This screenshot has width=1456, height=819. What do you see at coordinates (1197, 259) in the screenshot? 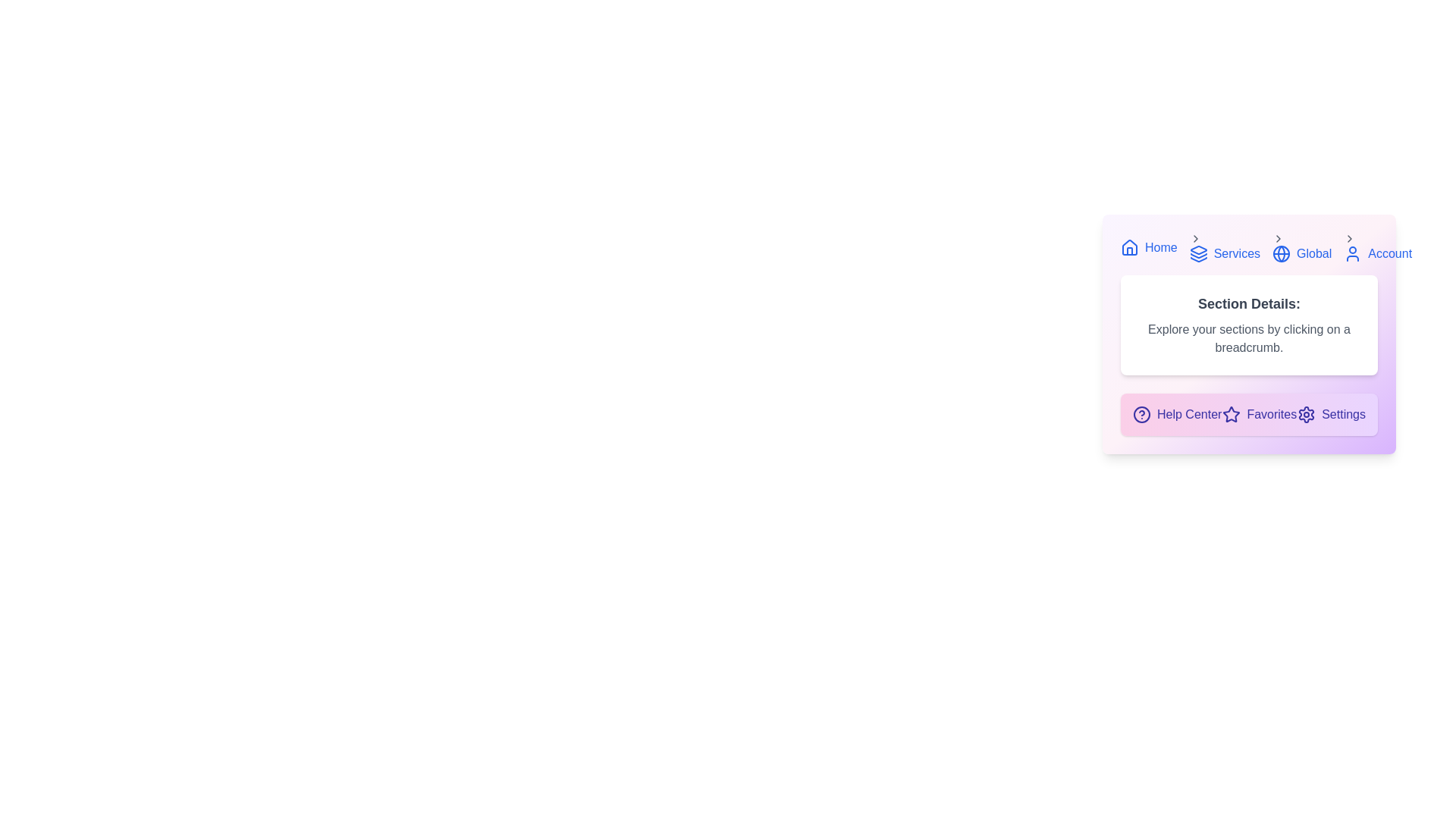
I see `the bottom layer icon in the stack of triangles` at bounding box center [1197, 259].